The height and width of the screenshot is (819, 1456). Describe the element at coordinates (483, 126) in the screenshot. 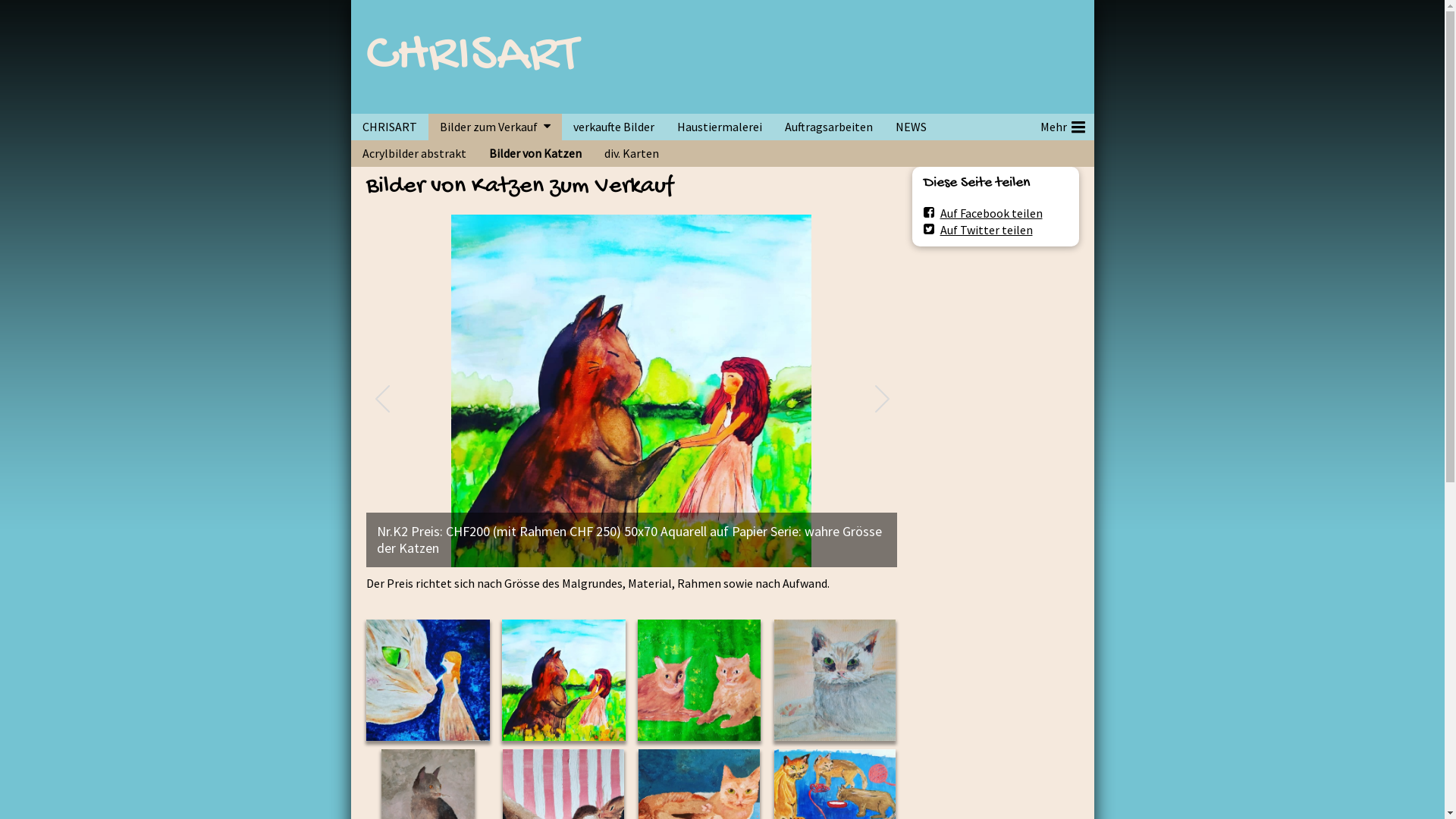

I see `'Bilder zum Verkauf'` at that location.